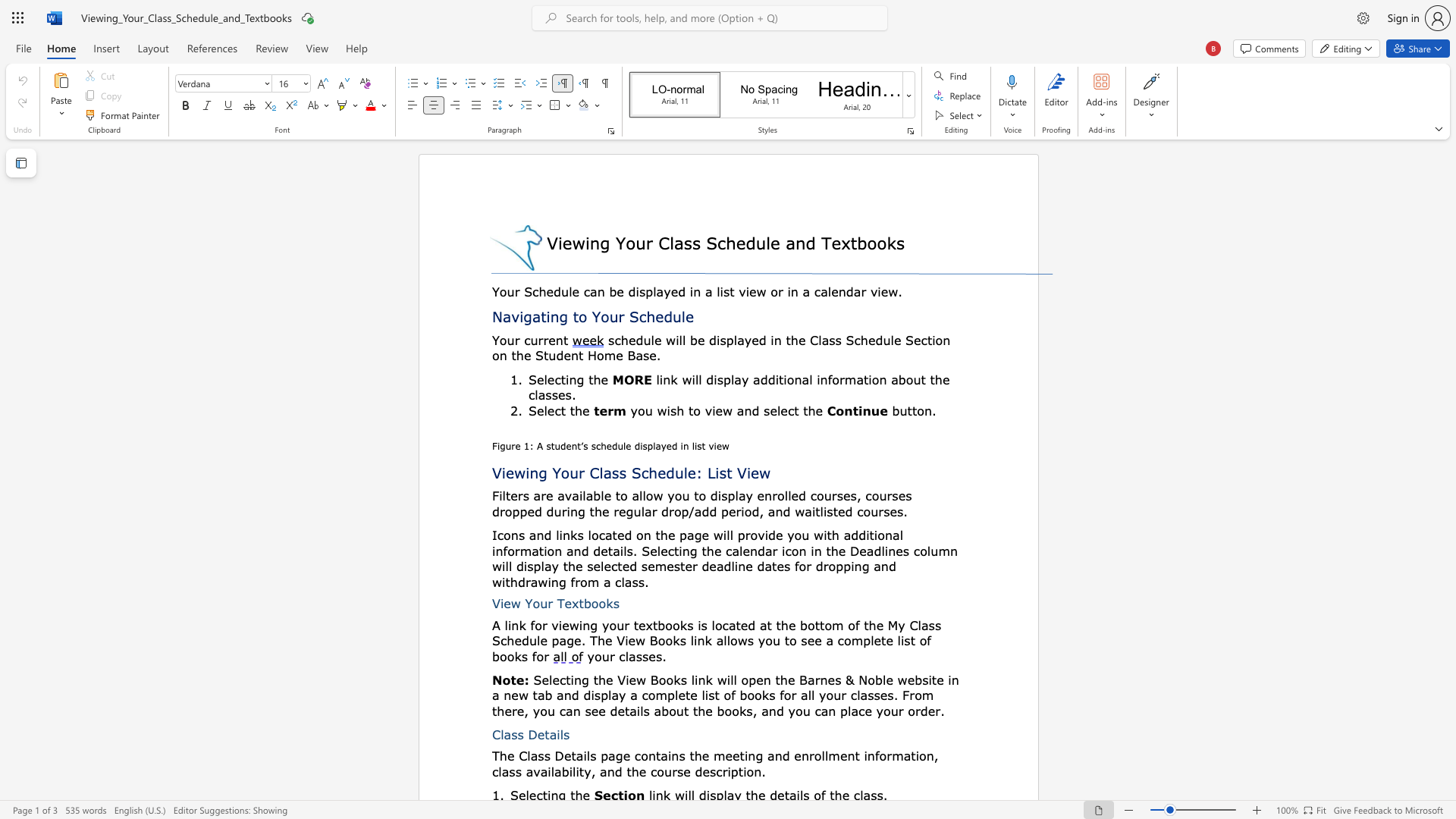 The image size is (1456, 819). I want to click on the subset text "our curren" within the text "Your current", so click(499, 339).